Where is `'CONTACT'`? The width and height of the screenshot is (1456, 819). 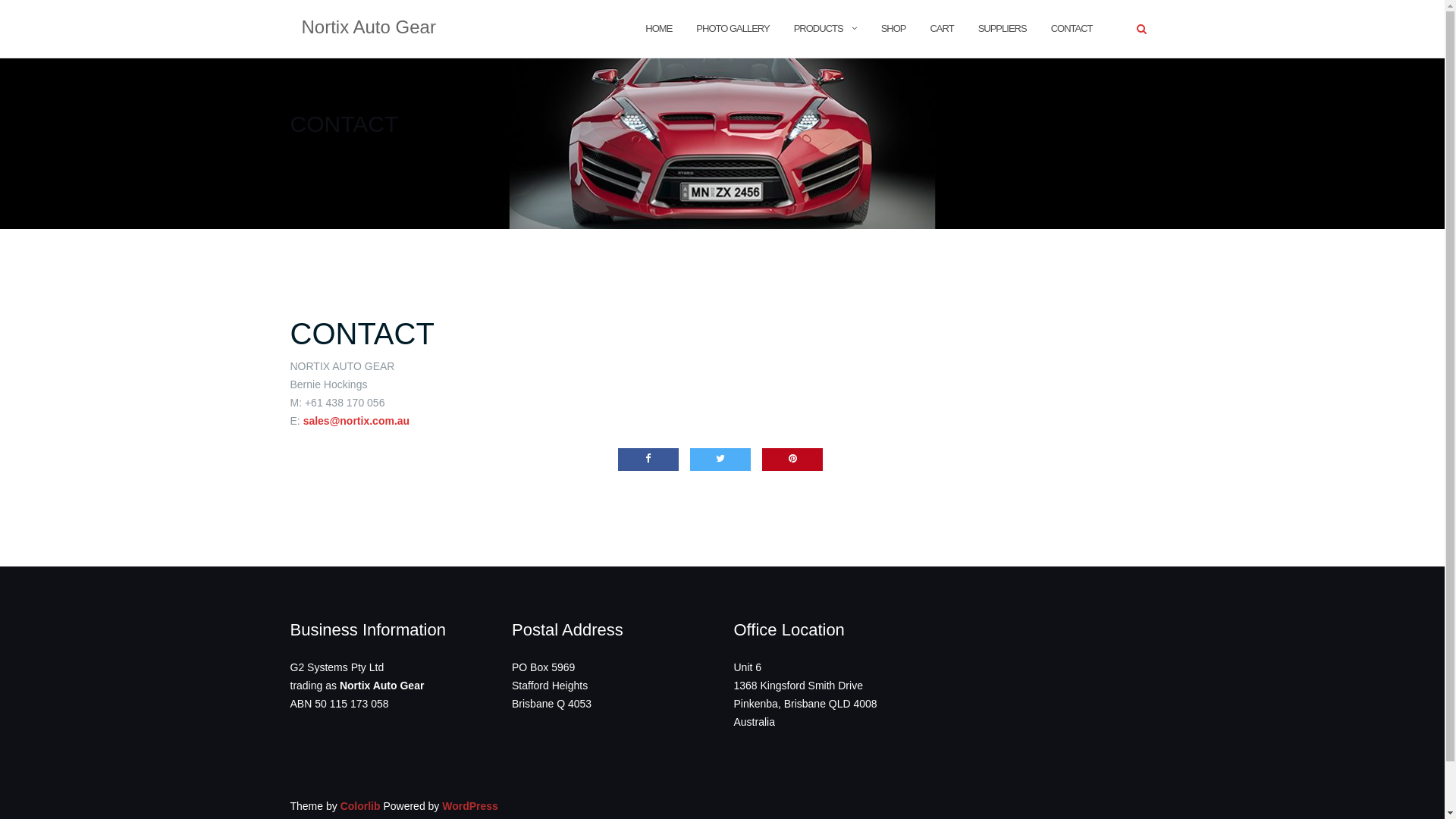
'CONTACT' is located at coordinates (1071, 28).